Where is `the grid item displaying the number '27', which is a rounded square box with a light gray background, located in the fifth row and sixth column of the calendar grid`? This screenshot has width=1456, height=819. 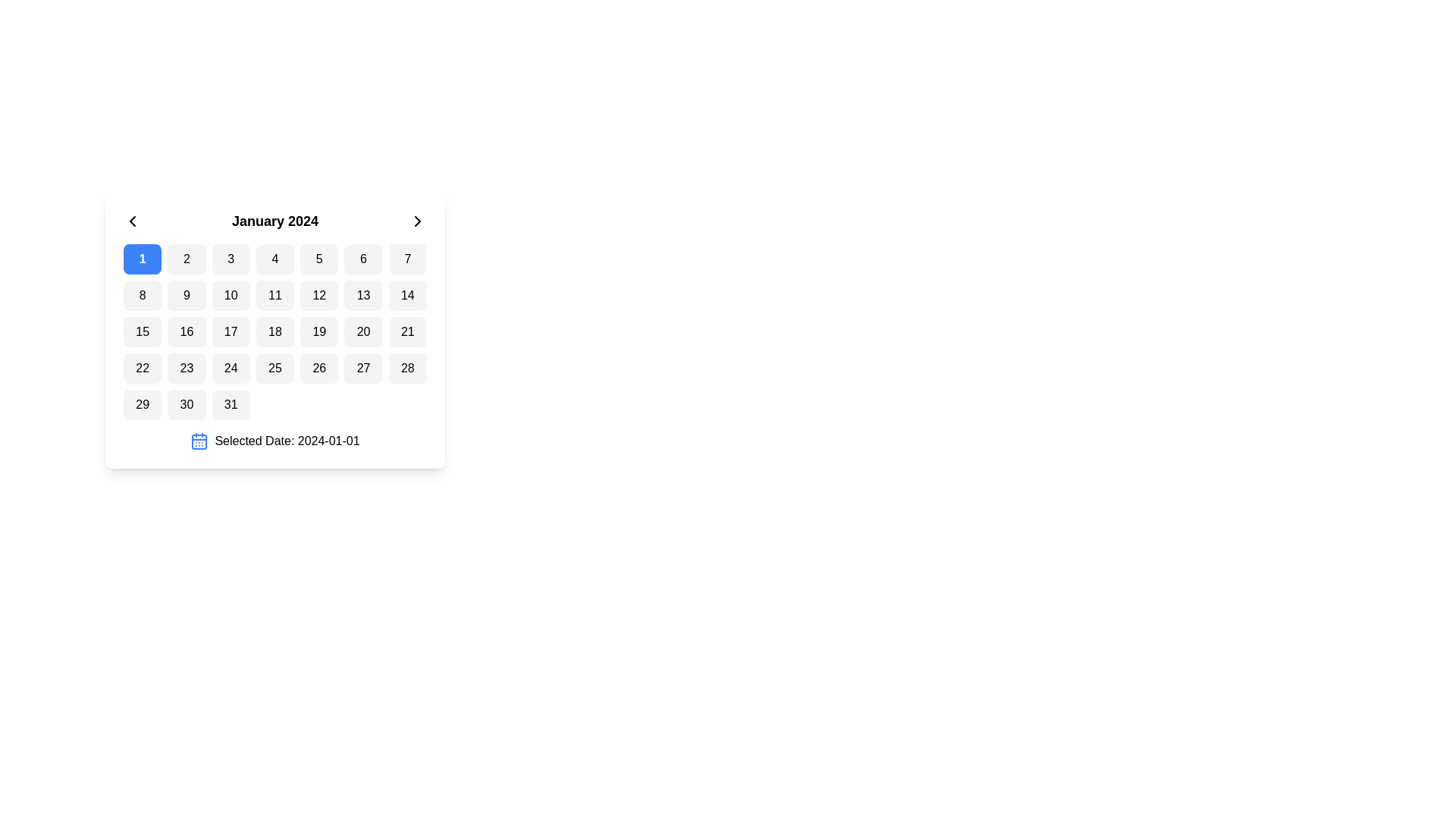 the grid item displaying the number '27', which is a rounded square box with a light gray background, located in the fifth row and sixth column of the calendar grid is located at coordinates (362, 369).